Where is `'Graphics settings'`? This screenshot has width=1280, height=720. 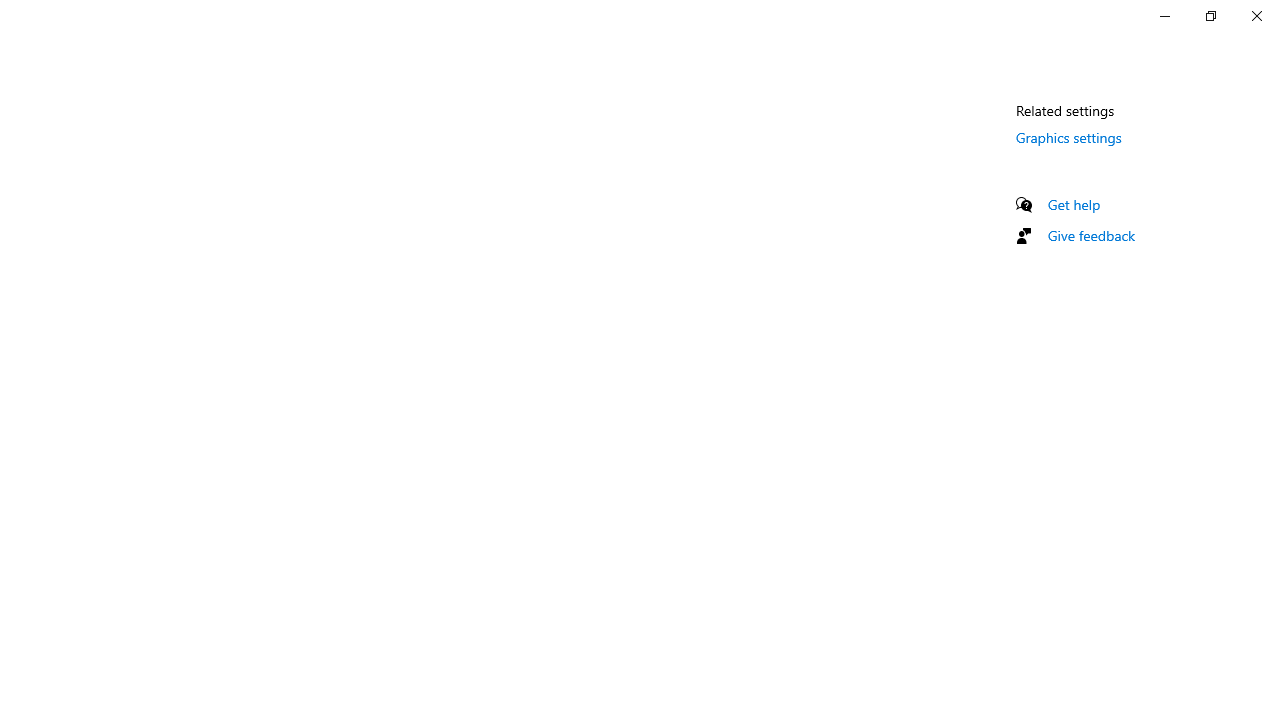 'Graphics settings' is located at coordinates (1068, 136).